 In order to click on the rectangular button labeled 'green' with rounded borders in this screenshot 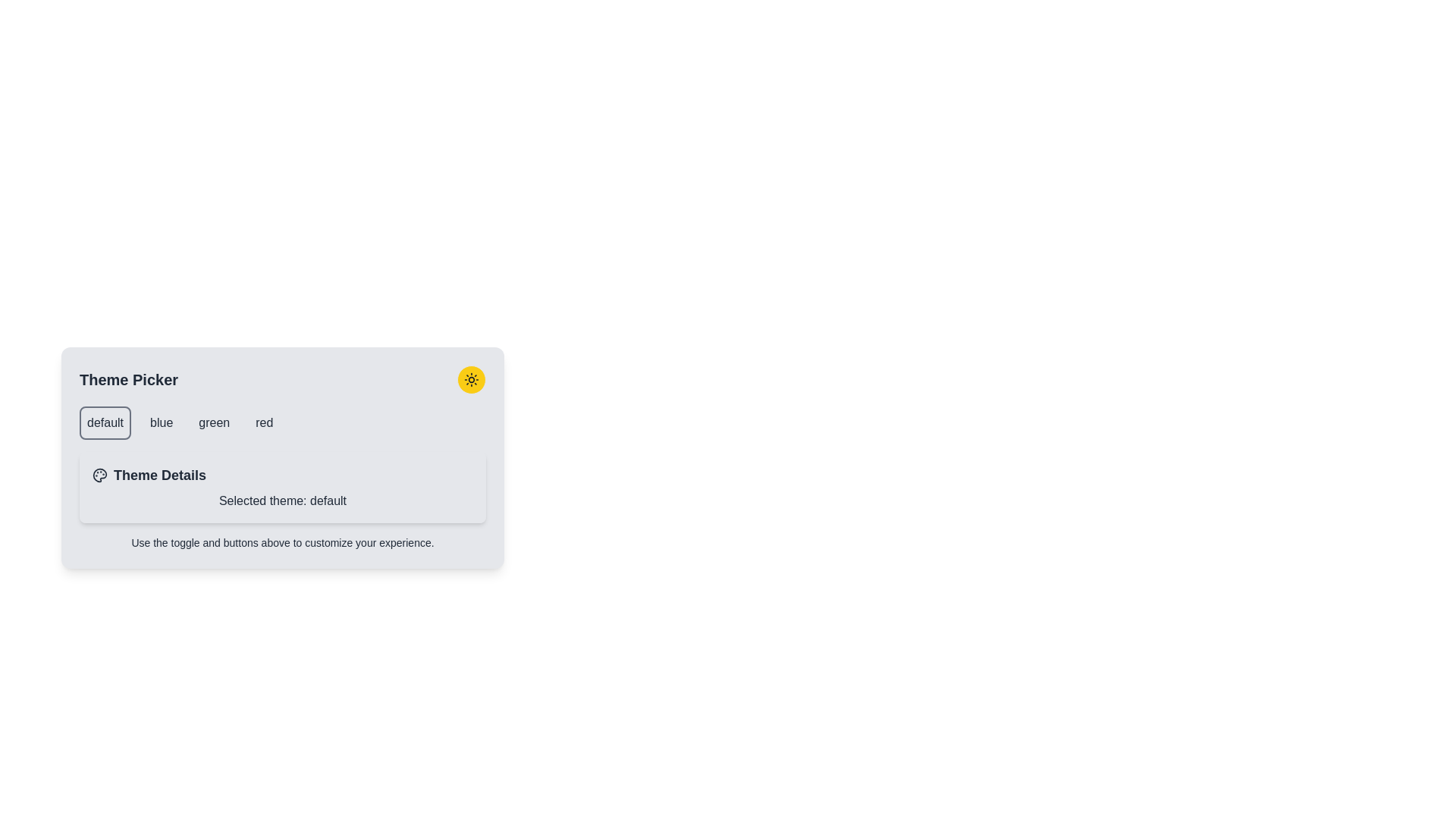, I will do `click(213, 423)`.